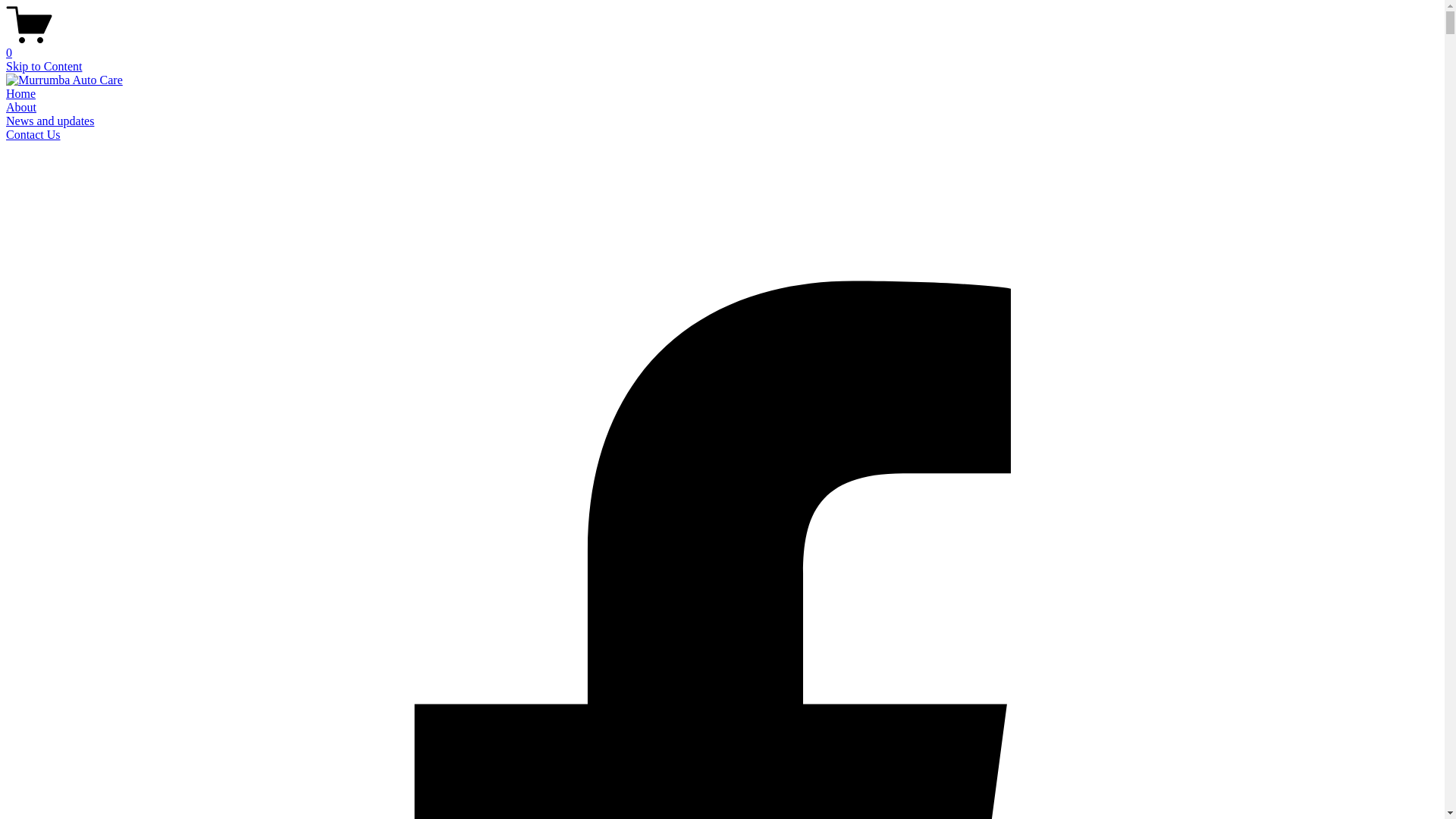 This screenshot has height=819, width=1456. Describe the element at coordinates (33, 133) in the screenshot. I see `'Contact Us'` at that location.